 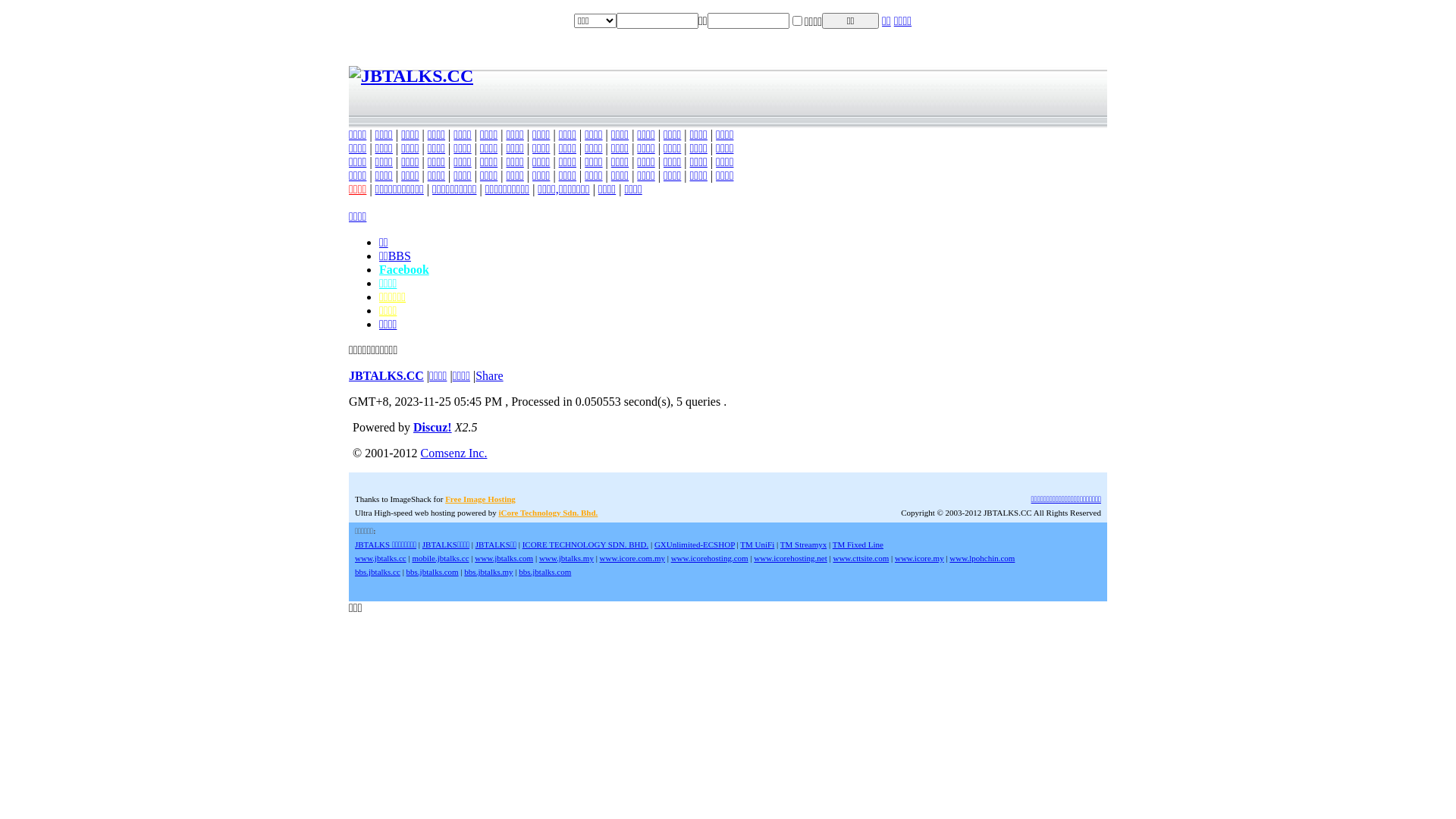 I want to click on 'www.jbtalks.com', so click(x=504, y=558).